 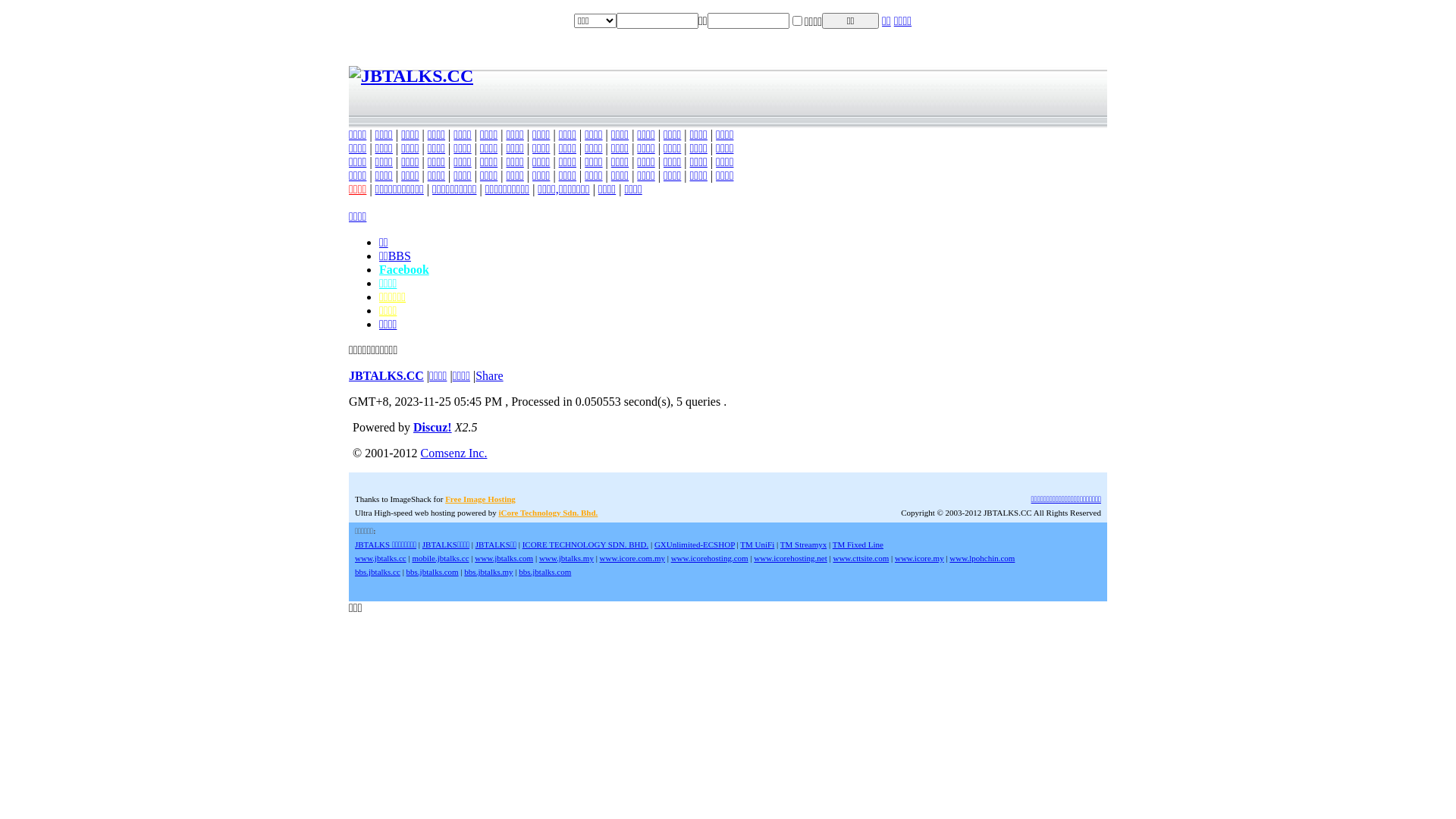 I want to click on 'www.jbtalks.com', so click(x=504, y=558).